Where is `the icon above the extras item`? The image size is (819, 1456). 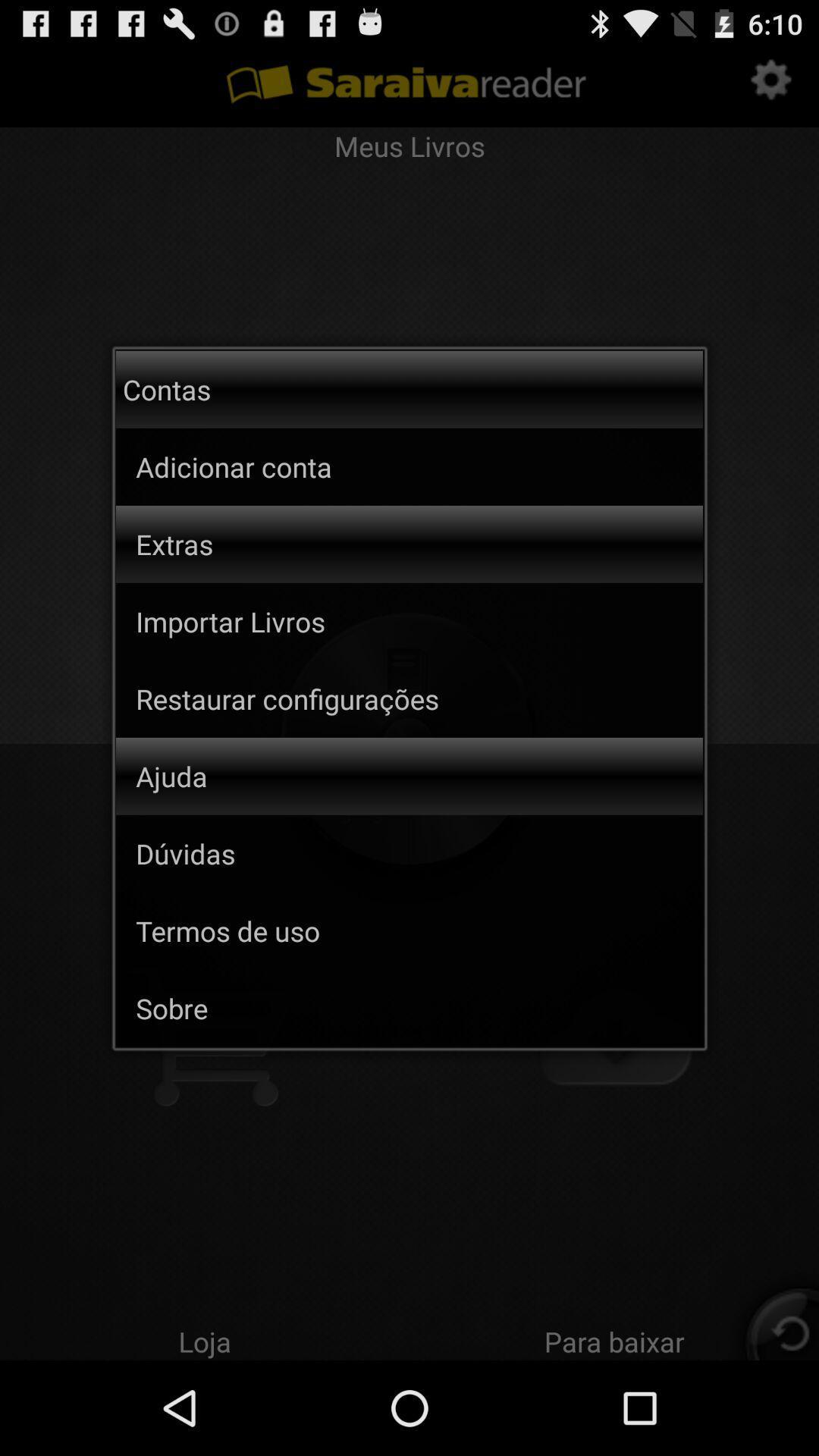 the icon above the extras item is located at coordinates (295, 466).